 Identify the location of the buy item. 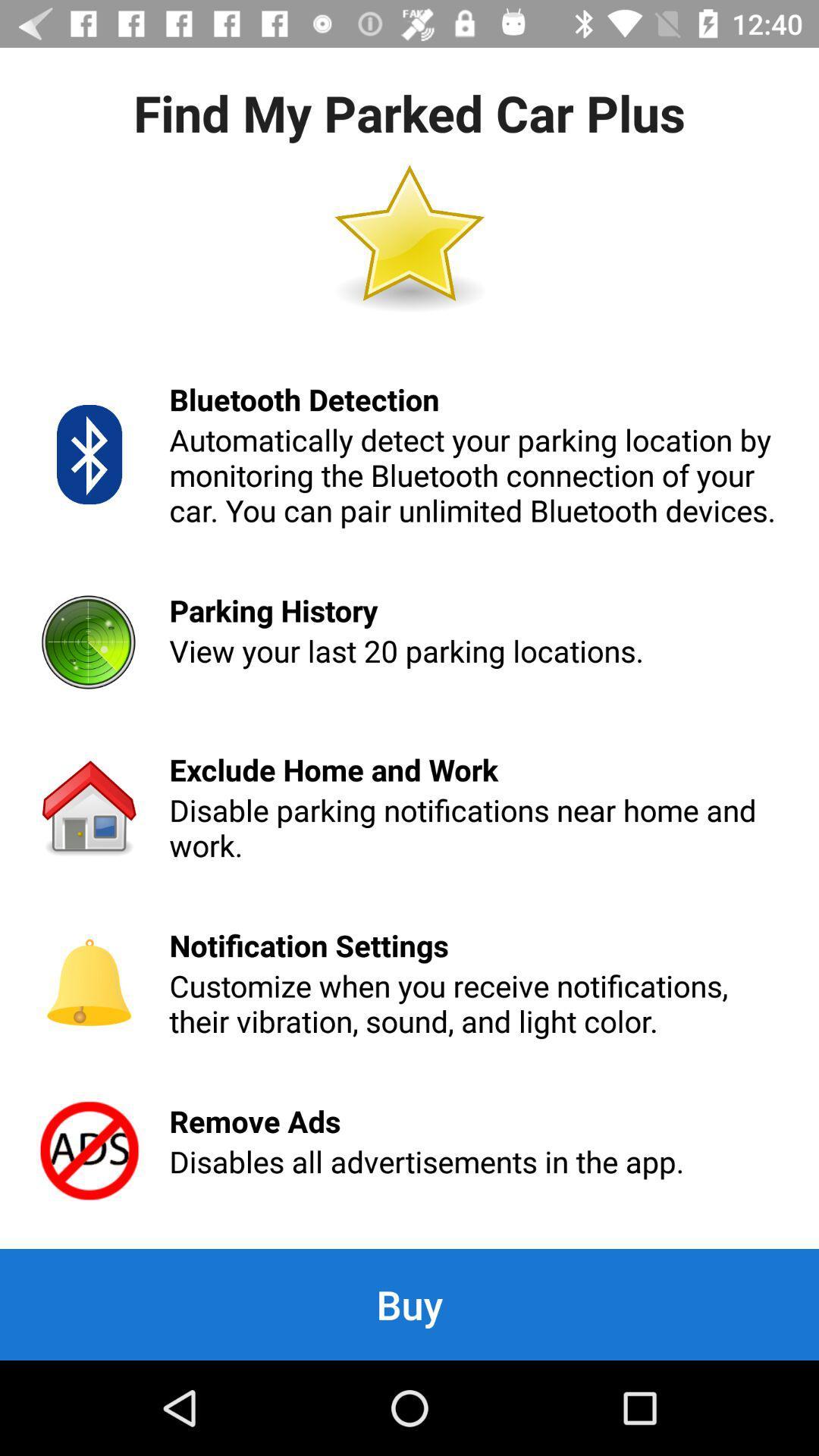
(409, 1304).